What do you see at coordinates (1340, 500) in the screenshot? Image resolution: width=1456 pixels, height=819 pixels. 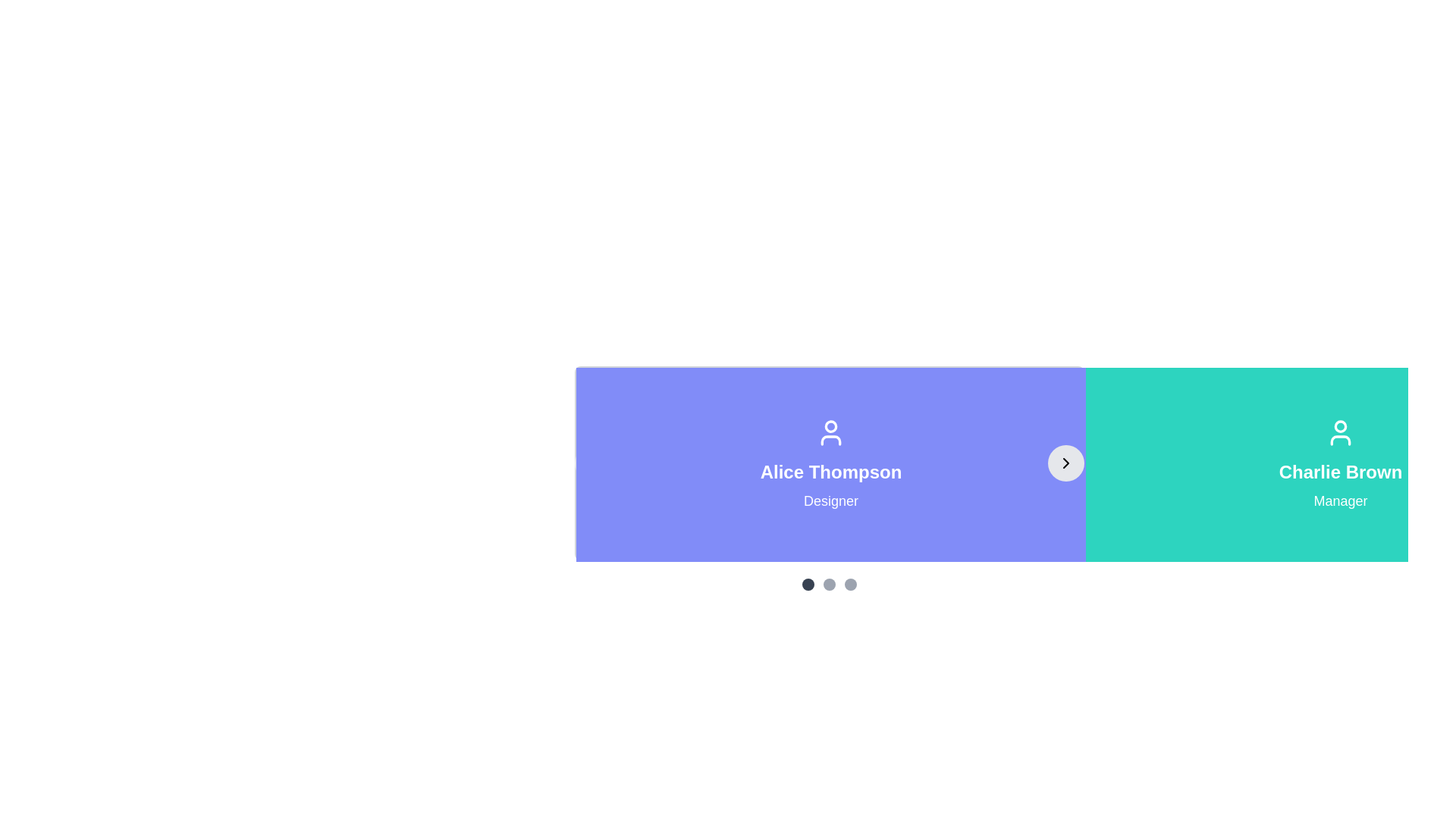 I see `the static text label that provides a description associated with 'Charlie Brown', located in a turquoise-colored panel on the right, underneath the text 'Charlie Brown'` at bounding box center [1340, 500].